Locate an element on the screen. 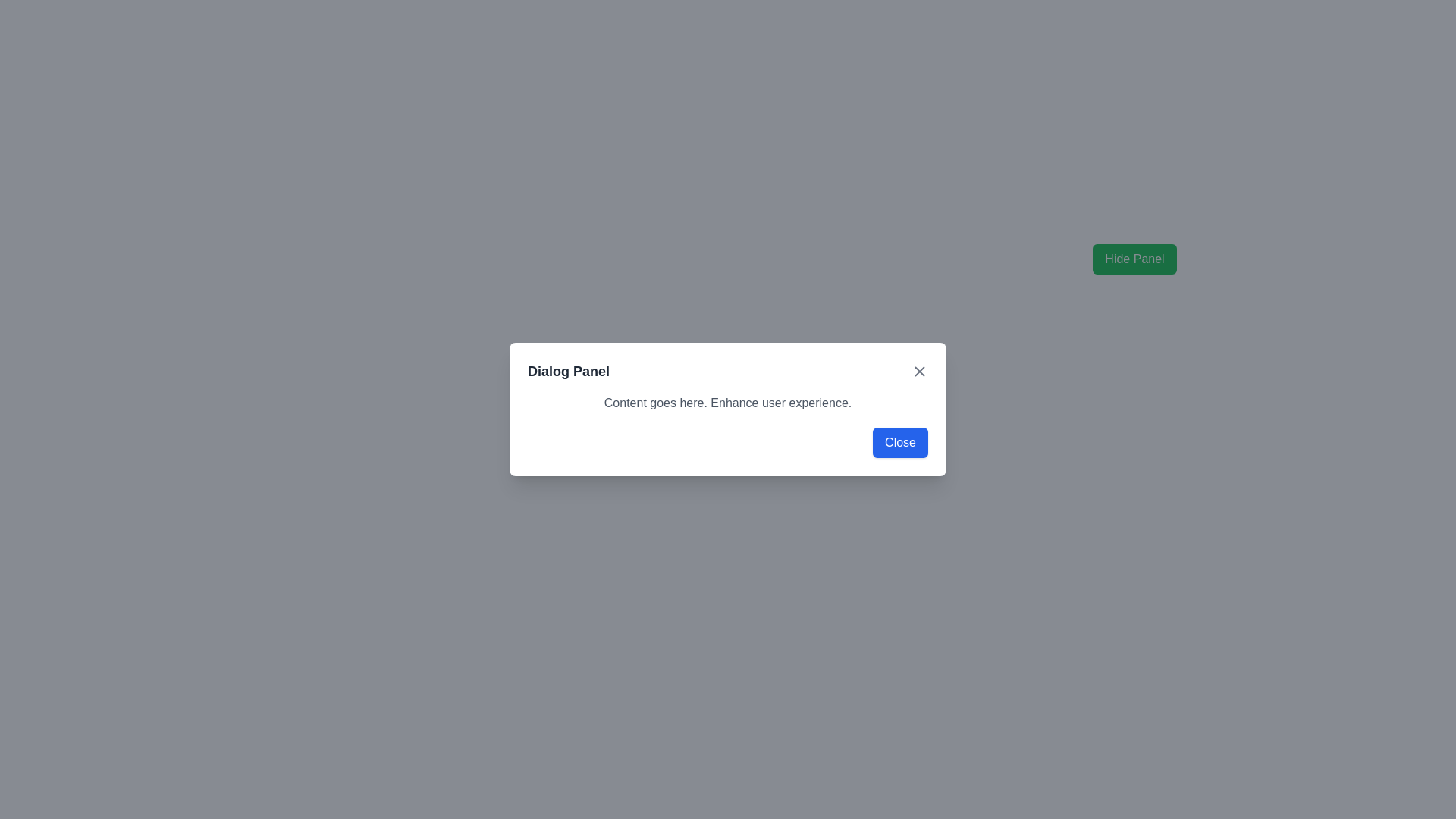 This screenshot has height=819, width=1456. the title text label of the dialog box, which is positioned to the left of the close icon button in the upper region of the white dialog panel is located at coordinates (567, 371).